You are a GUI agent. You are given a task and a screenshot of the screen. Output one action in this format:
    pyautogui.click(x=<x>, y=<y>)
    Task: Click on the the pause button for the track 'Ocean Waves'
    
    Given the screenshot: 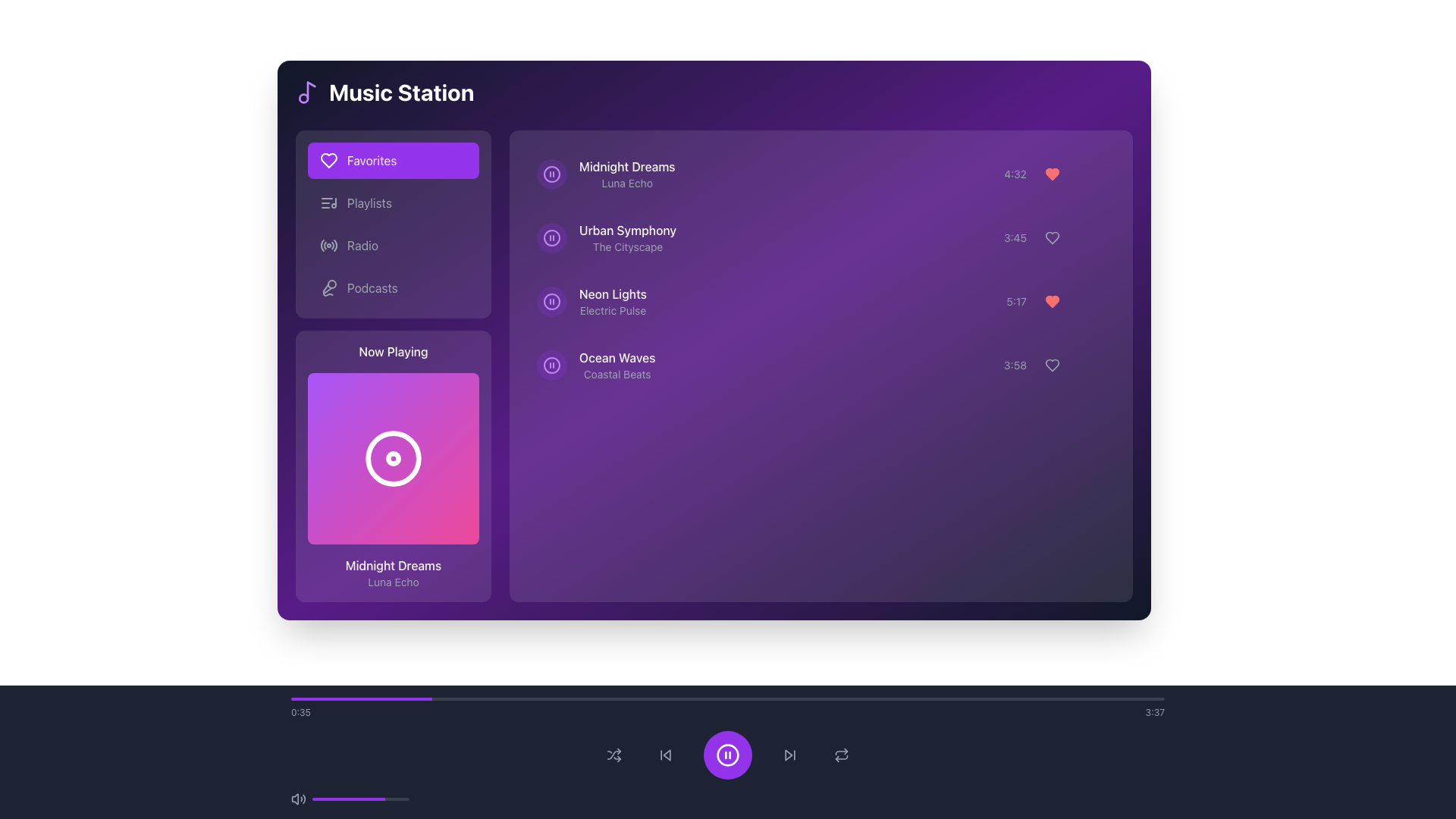 What is the action you would take?
    pyautogui.click(x=551, y=366)
    